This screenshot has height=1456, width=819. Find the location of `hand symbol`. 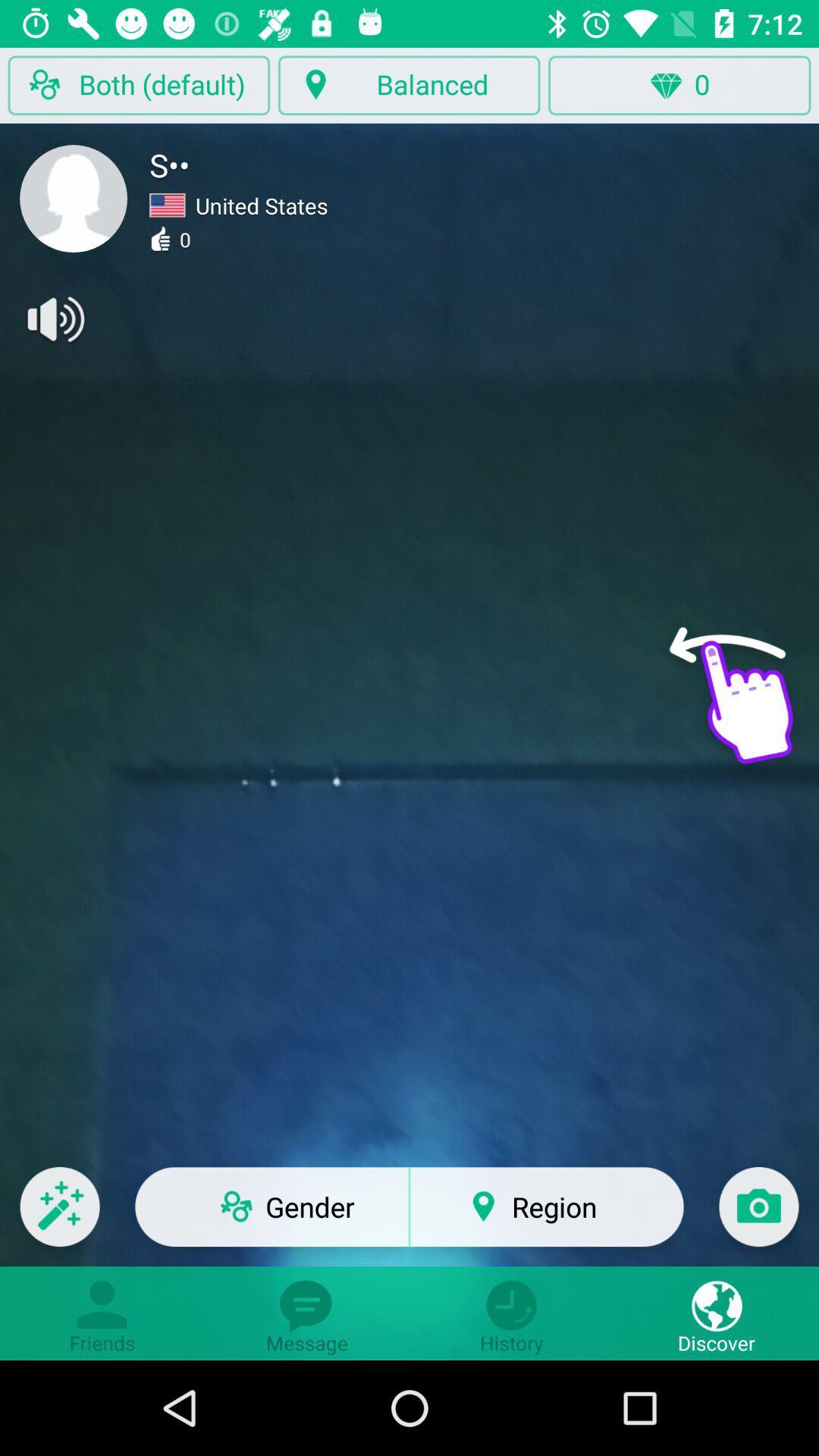

hand symbol is located at coordinates (730, 702).